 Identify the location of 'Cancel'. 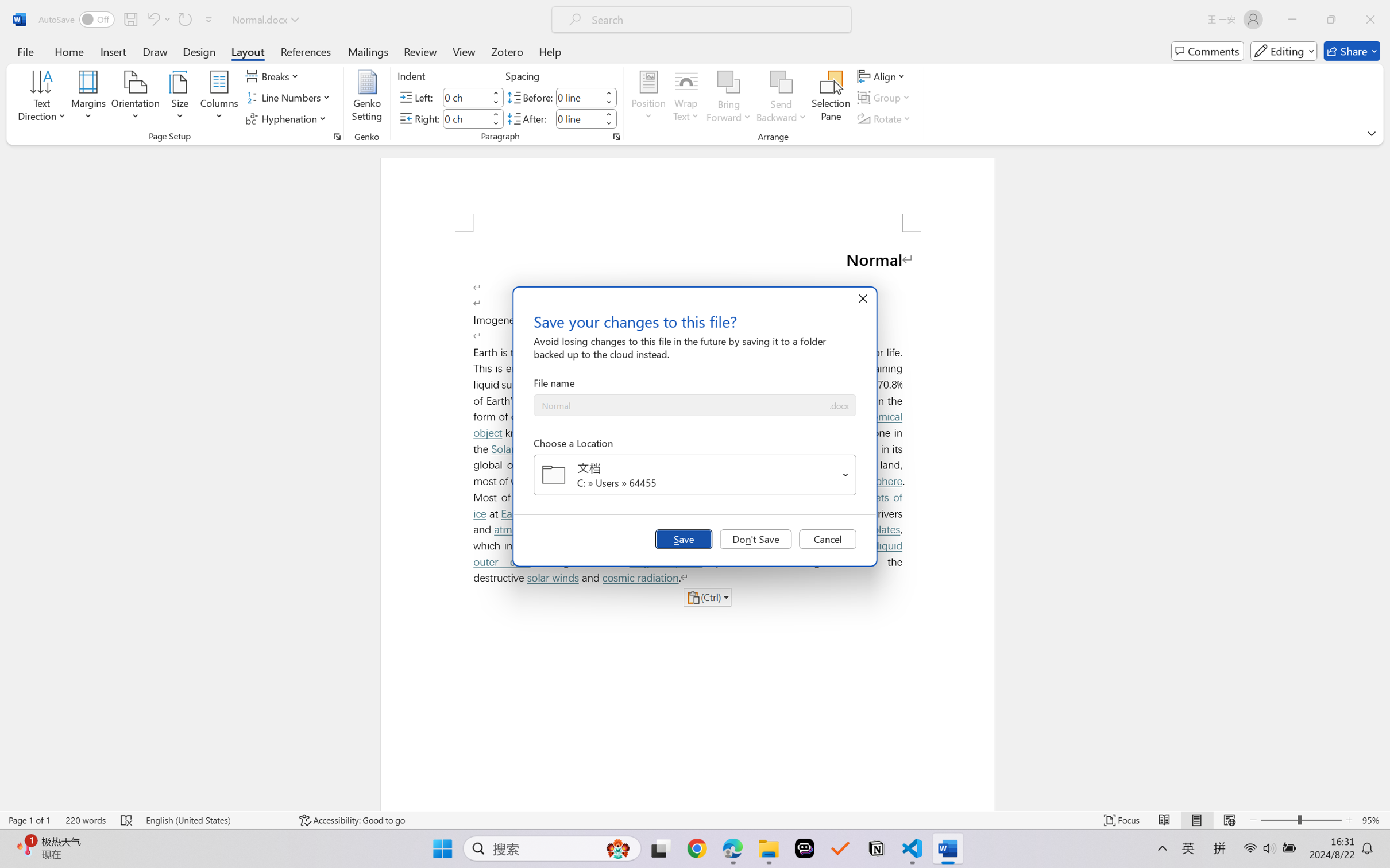
(827, 538).